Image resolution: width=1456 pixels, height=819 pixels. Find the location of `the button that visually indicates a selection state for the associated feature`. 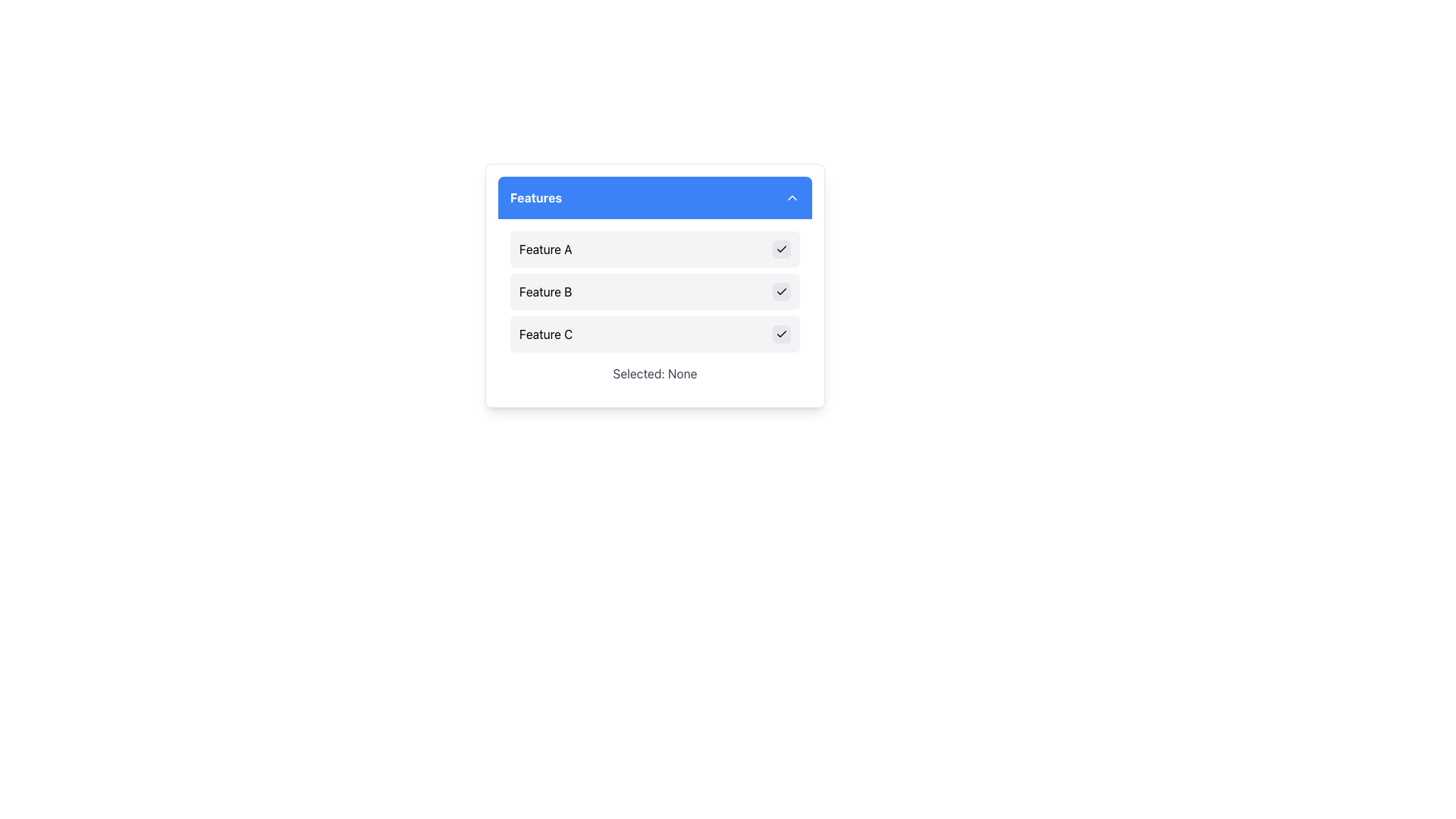

the button that visually indicates a selection state for the associated feature is located at coordinates (782, 333).